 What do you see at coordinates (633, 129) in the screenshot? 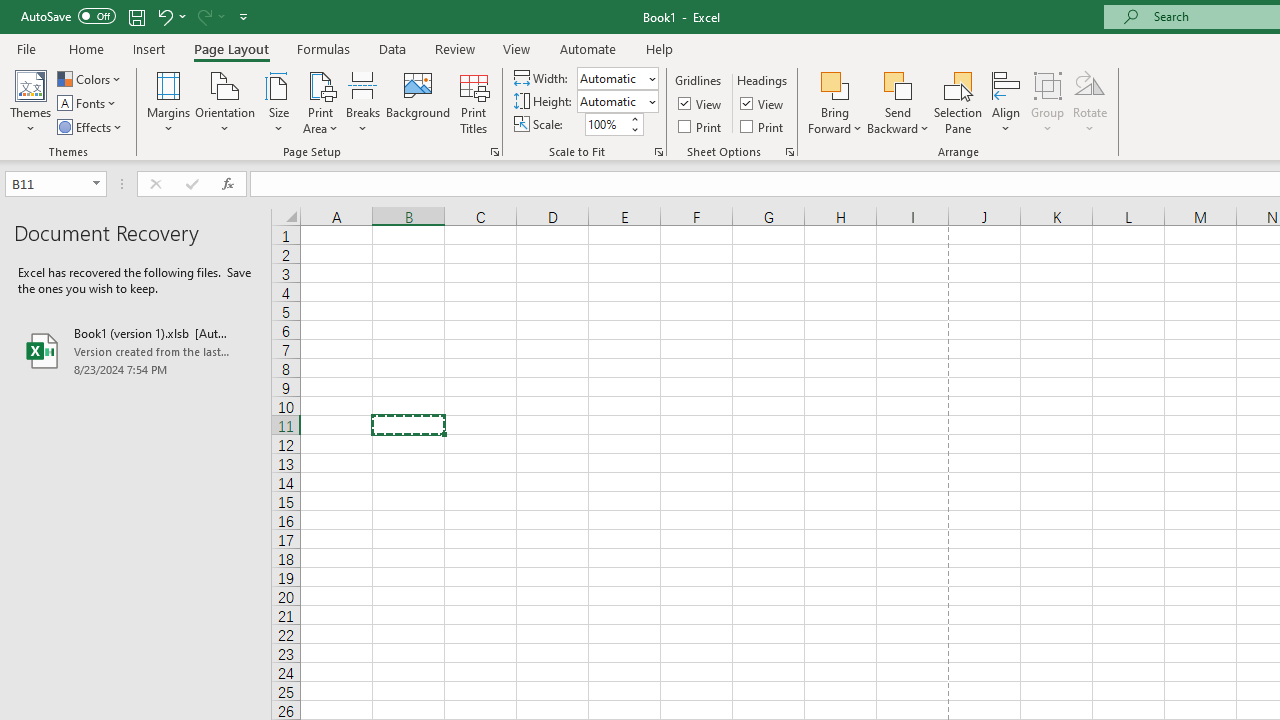
I see `'Less'` at bounding box center [633, 129].